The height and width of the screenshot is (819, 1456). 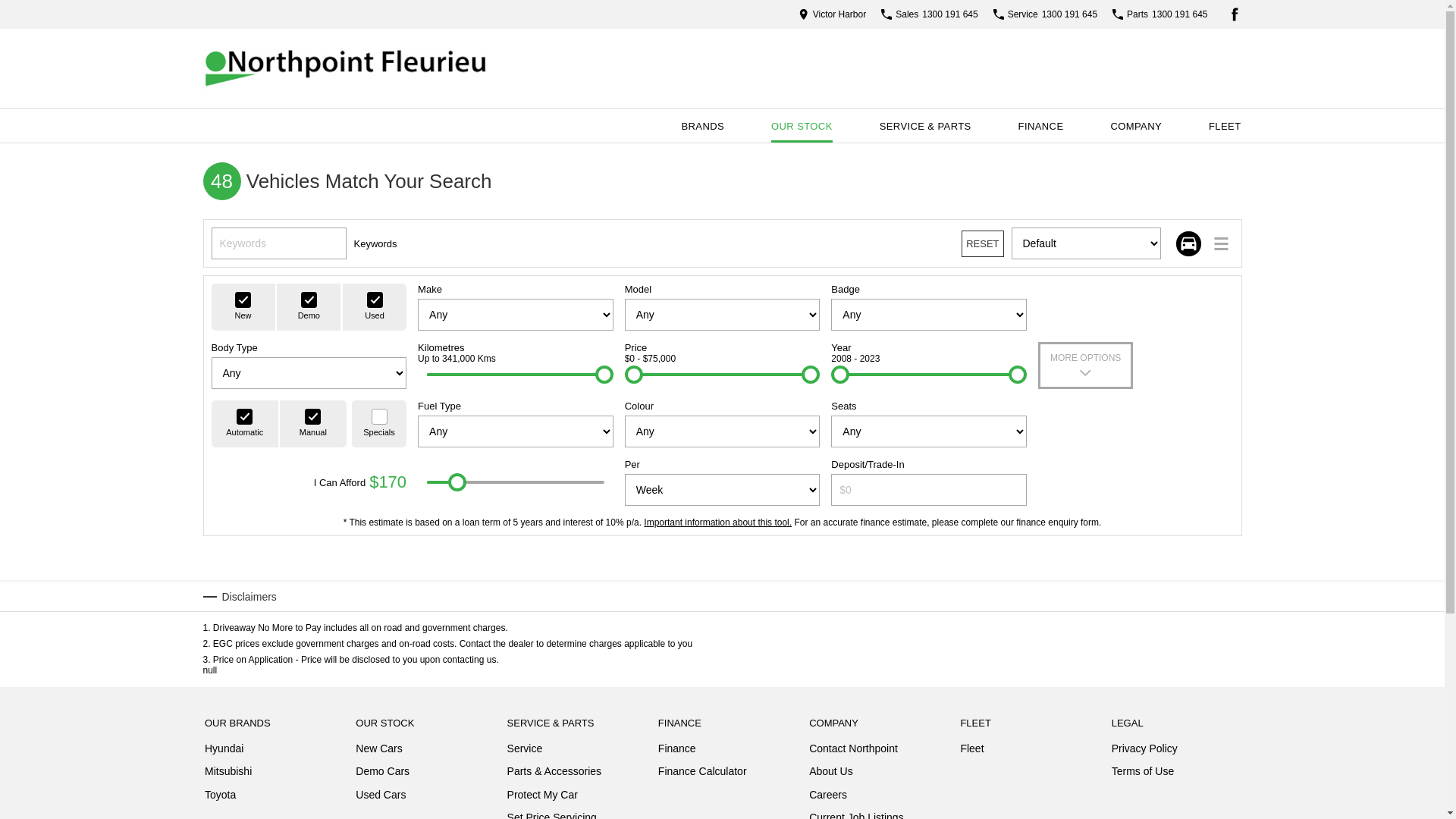 What do you see at coordinates (717, 522) in the screenshot?
I see `'Important information about this tool.'` at bounding box center [717, 522].